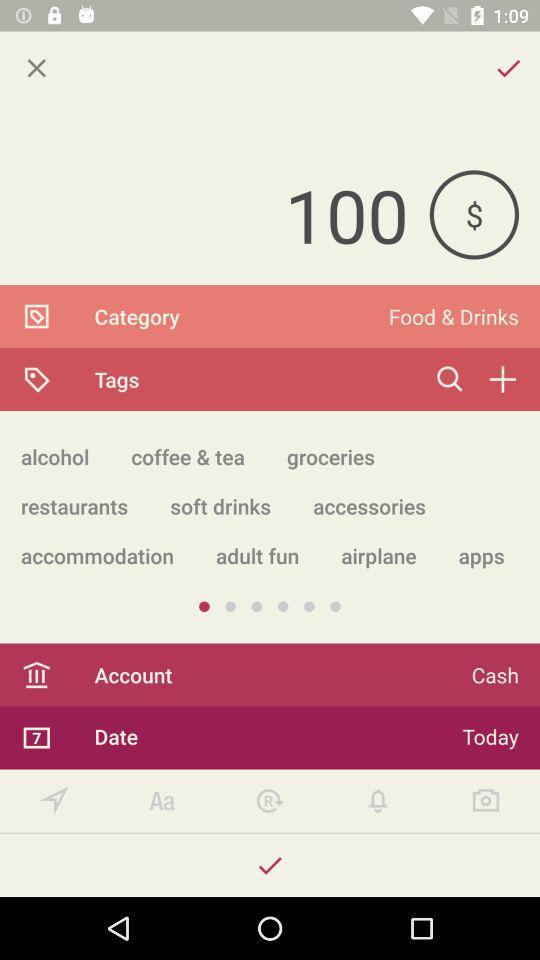 The height and width of the screenshot is (960, 540). Describe the element at coordinates (36, 68) in the screenshot. I see `window closeout` at that location.